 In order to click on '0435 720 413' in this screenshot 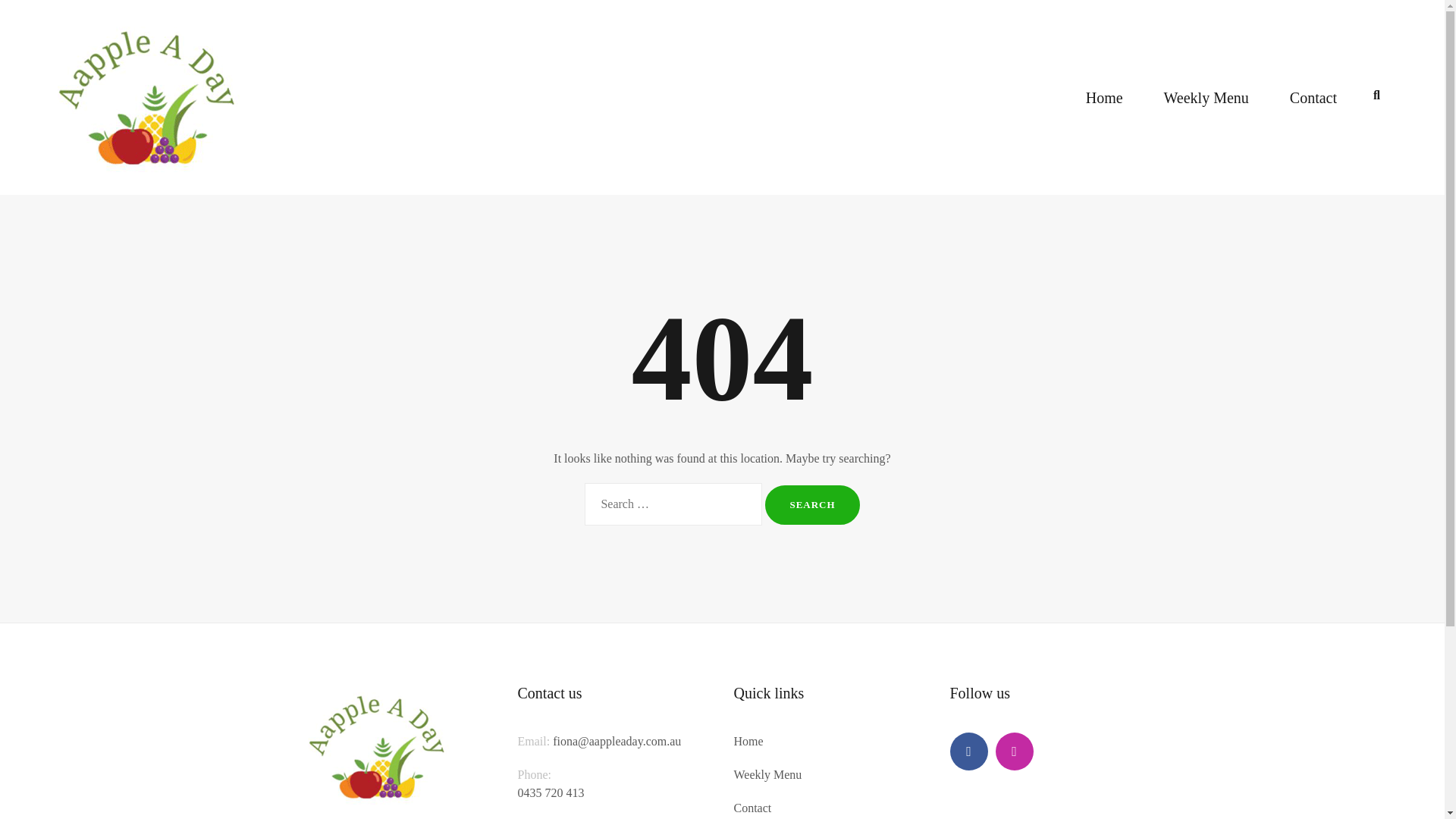, I will do `click(549, 801)`.